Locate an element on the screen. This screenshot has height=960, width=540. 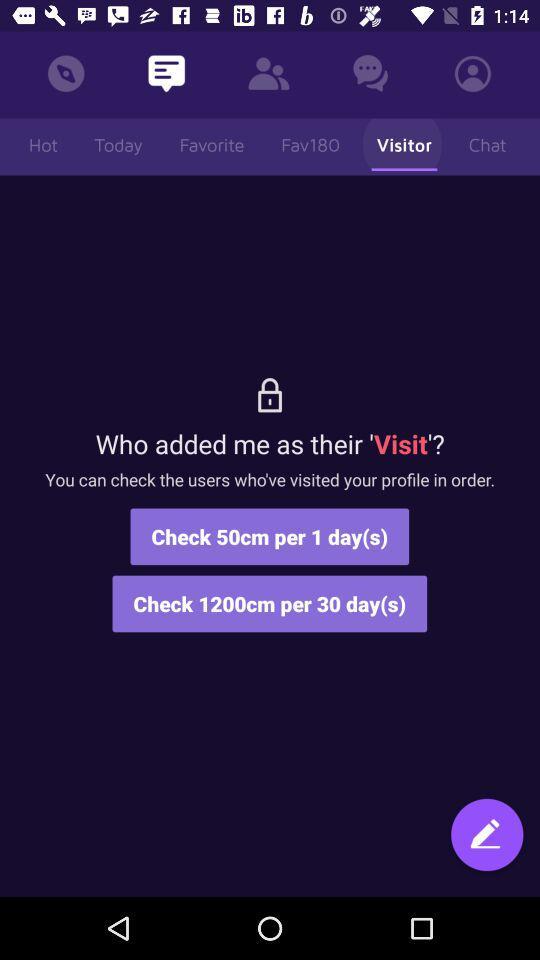
icon below the you can check is located at coordinates (486, 843).